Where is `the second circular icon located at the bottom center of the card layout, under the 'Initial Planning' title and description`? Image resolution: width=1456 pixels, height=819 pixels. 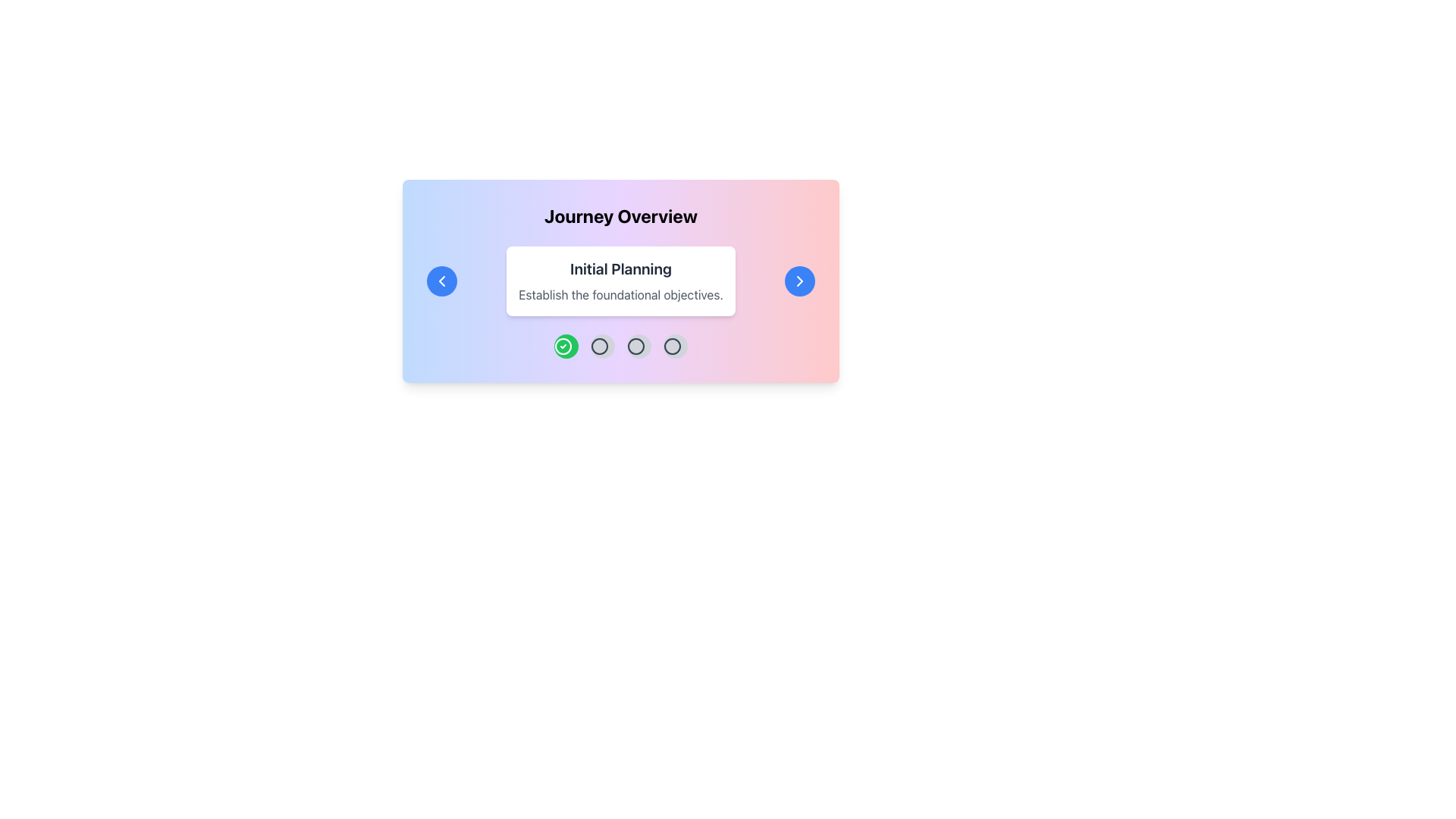 the second circular icon located at the bottom center of the card layout, under the 'Initial Planning' title and description is located at coordinates (599, 346).